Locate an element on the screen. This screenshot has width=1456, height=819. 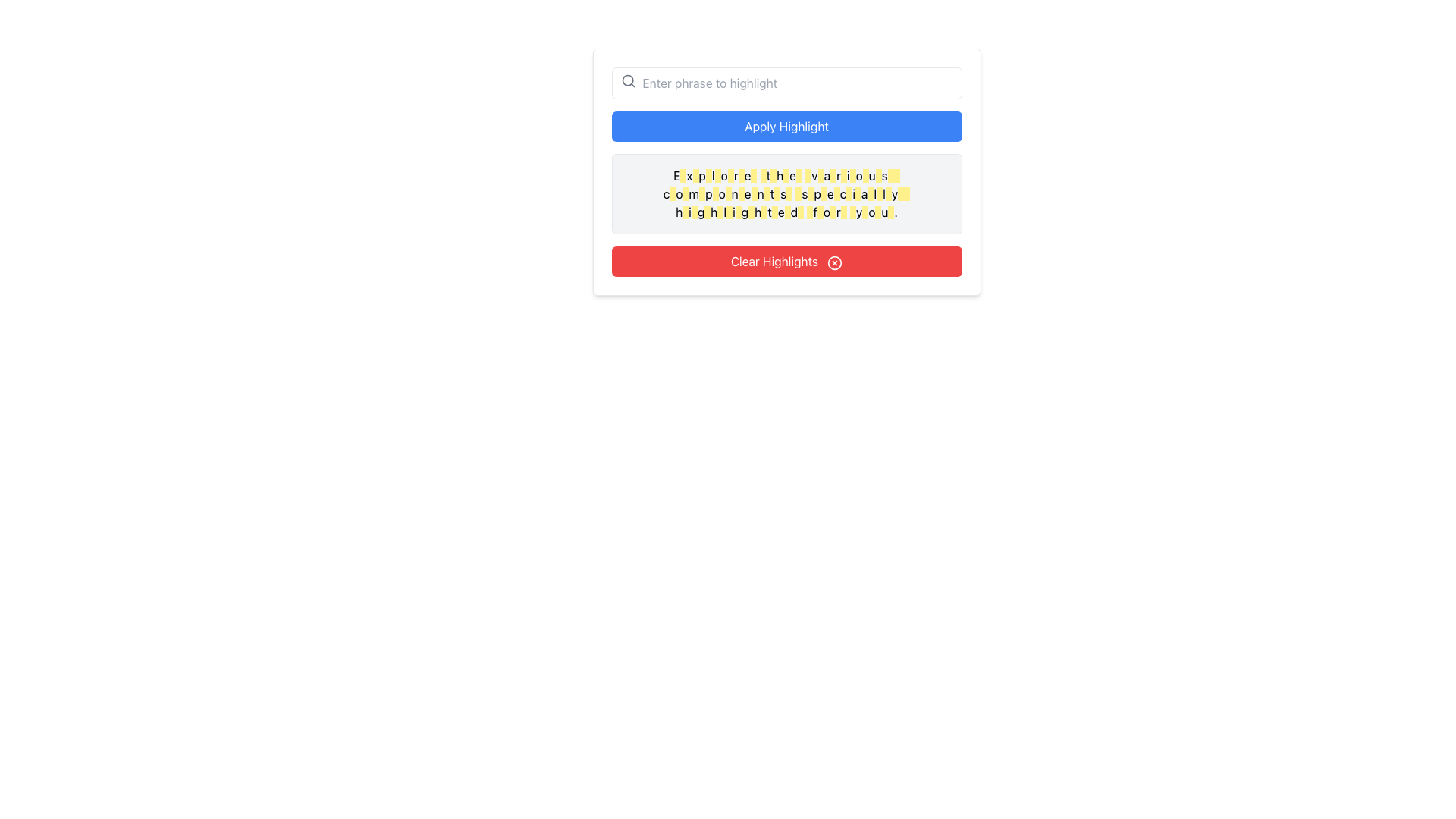
the Visual Highlight element with a yellow background and contrasting yellow-brown text, located near the phrase 'highlighted for you.' is located at coordinates (843, 212).